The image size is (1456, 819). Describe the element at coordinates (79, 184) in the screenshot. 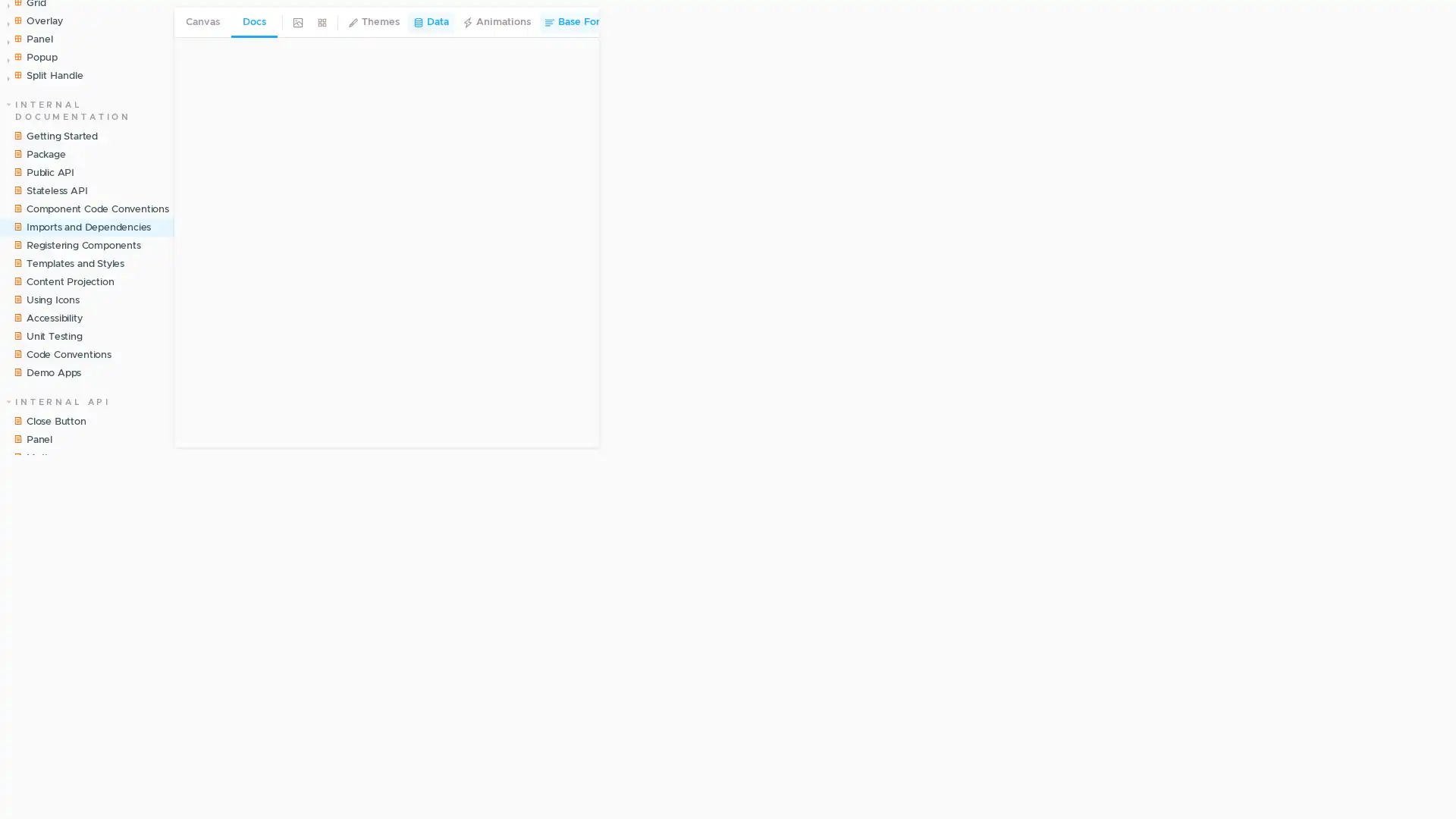

I see `INTERNAL DOCUMENTATION` at that location.